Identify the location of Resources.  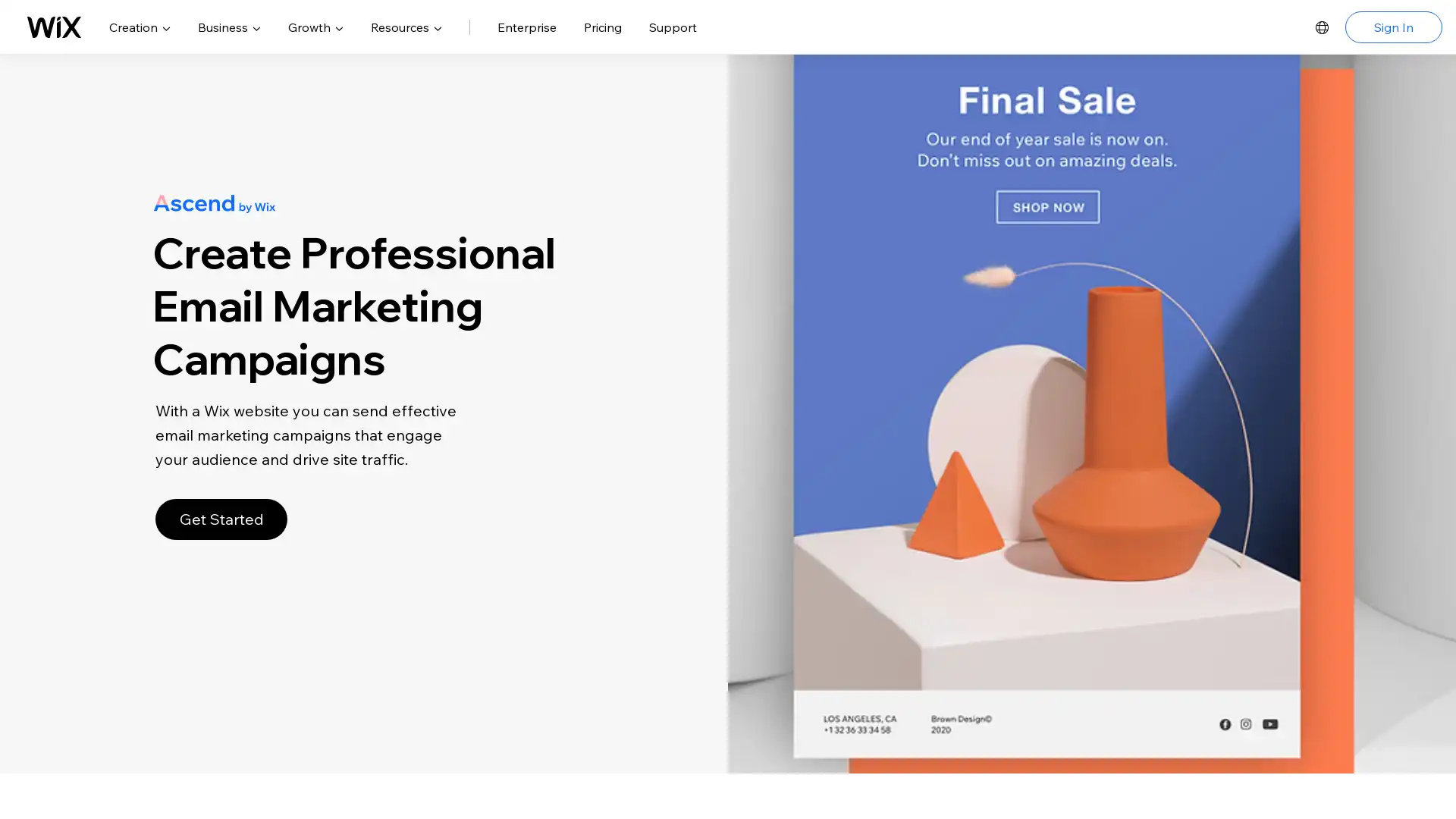
(406, 26).